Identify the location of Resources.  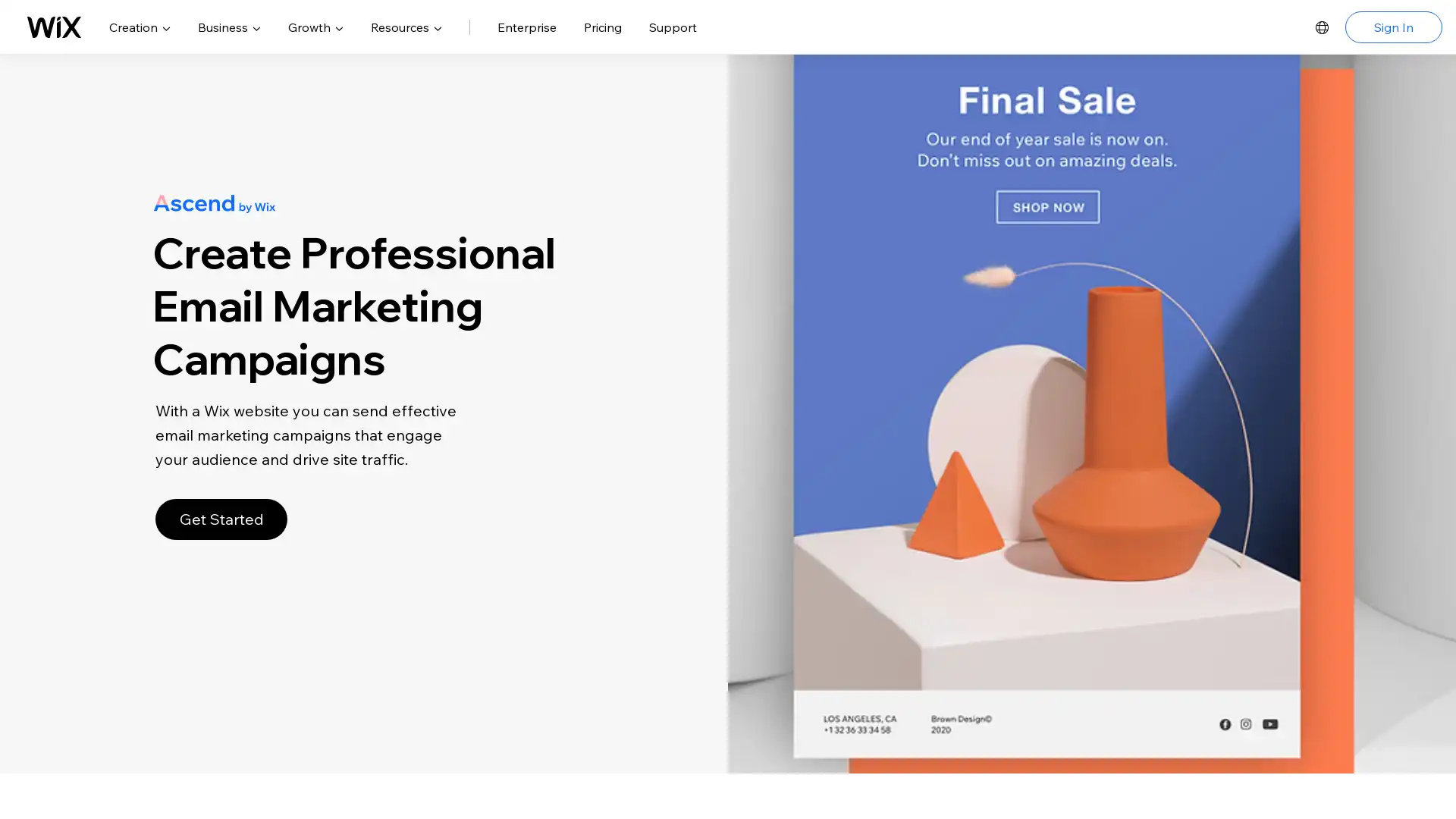
(406, 26).